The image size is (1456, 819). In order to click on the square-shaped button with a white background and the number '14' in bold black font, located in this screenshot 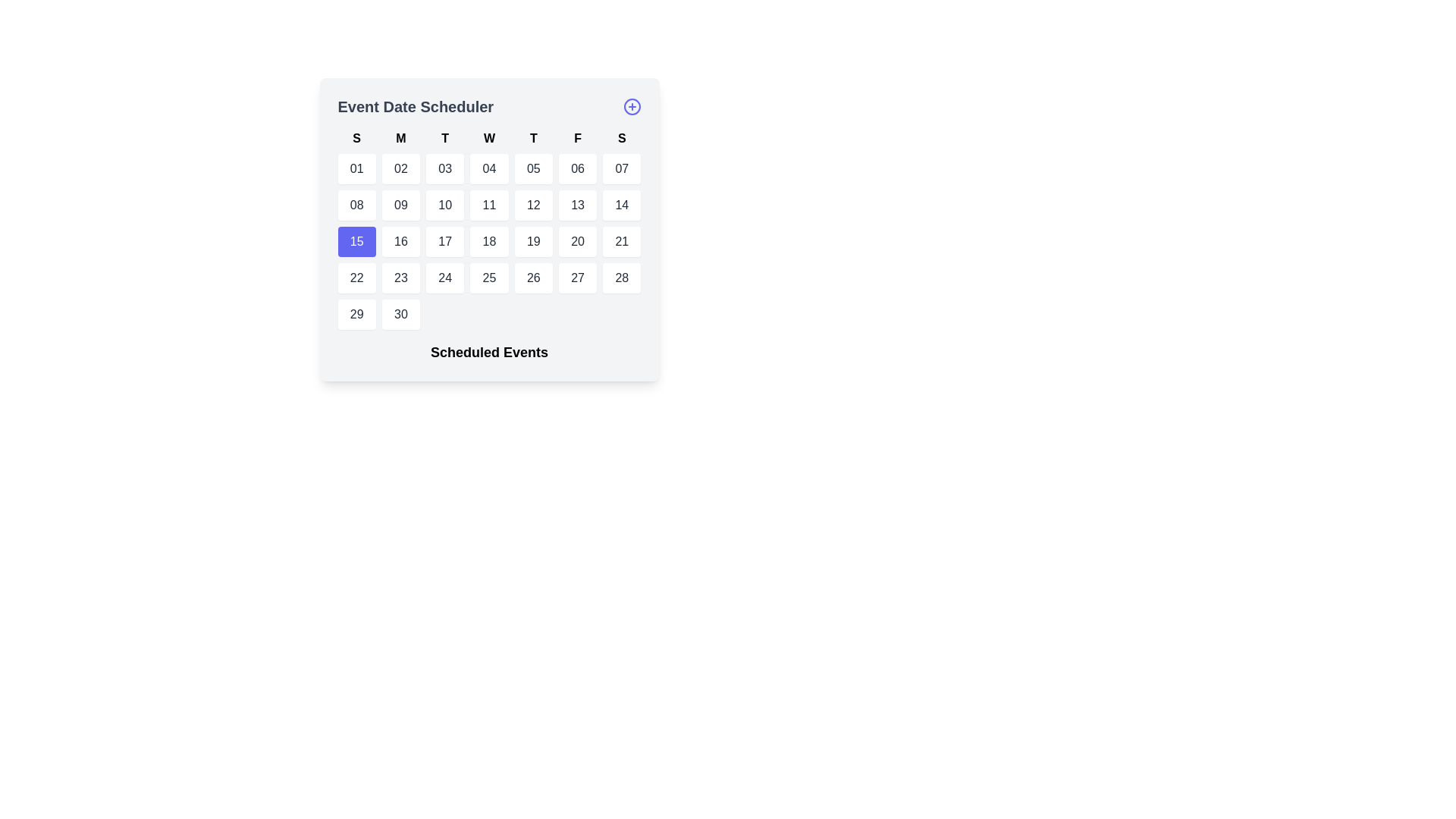, I will do `click(622, 205)`.